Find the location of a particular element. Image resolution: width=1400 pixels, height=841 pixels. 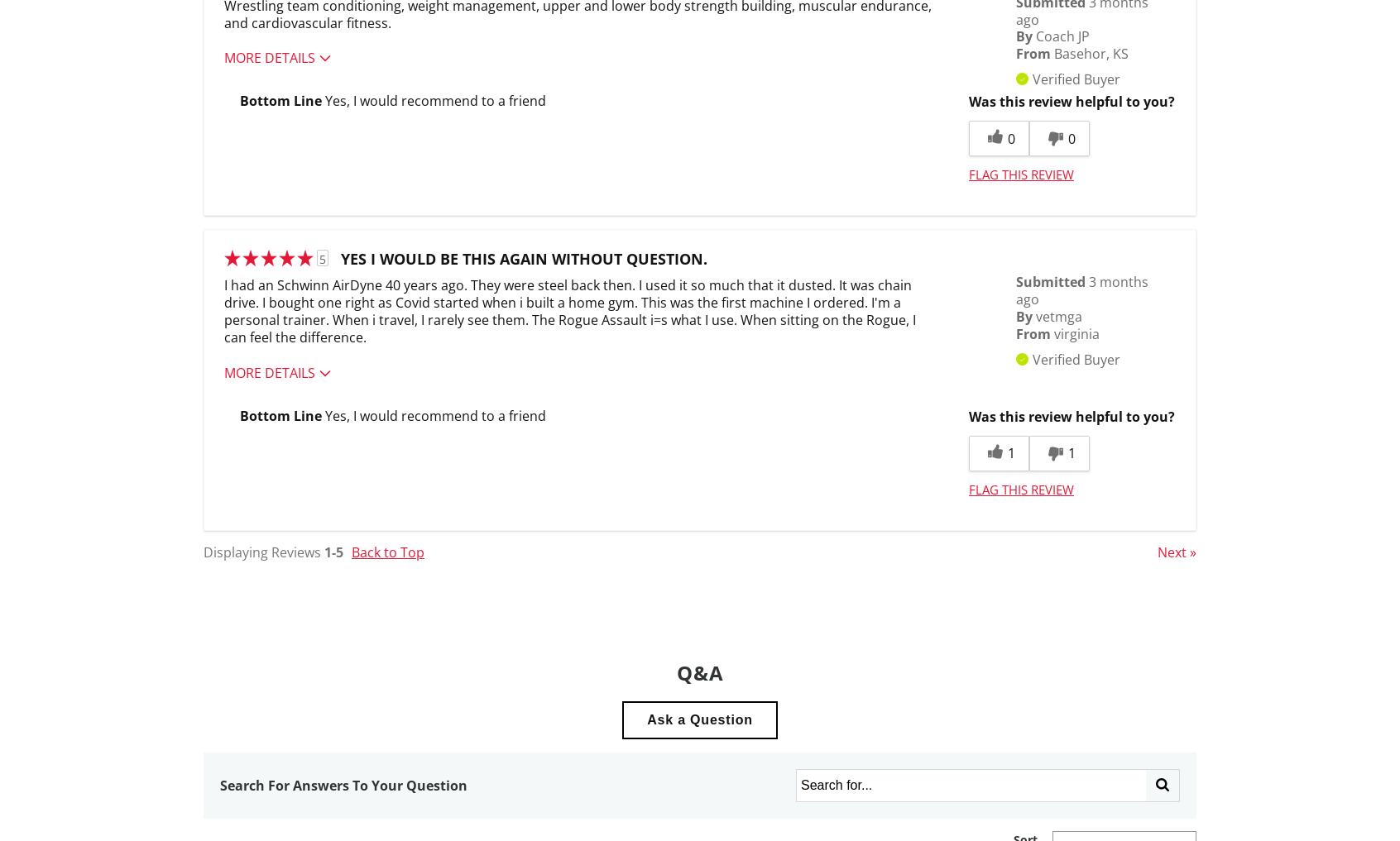

'Coach JP' is located at coordinates (1062, 36).